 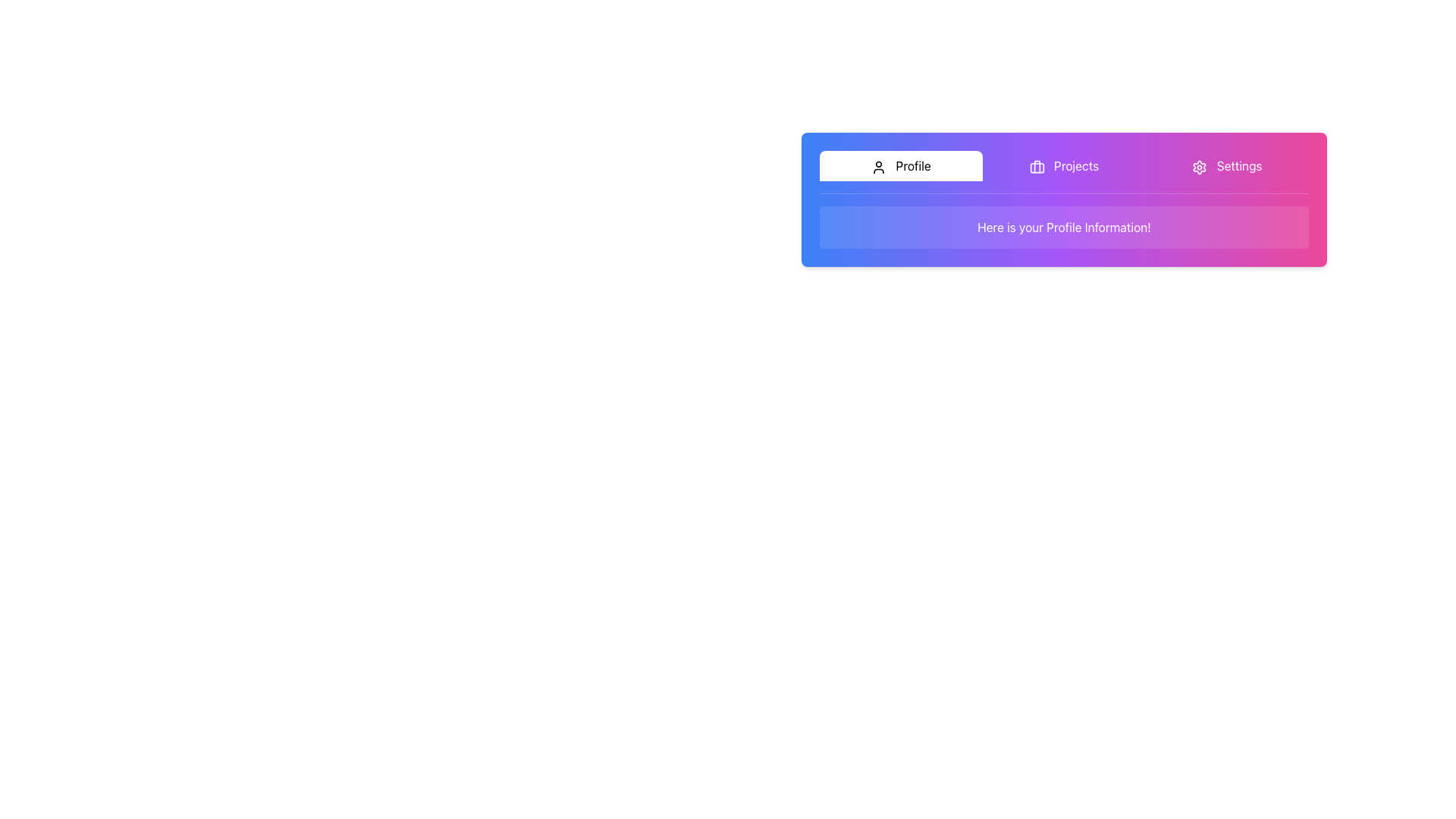 What do you see at coordinates (879, 167) in the screenshot?
I see `the user profile icon located to the left of the 'Profile' text in the header of the interface, which serves as a clickable area for user-related functionalities` at bounding box center [879, 167].